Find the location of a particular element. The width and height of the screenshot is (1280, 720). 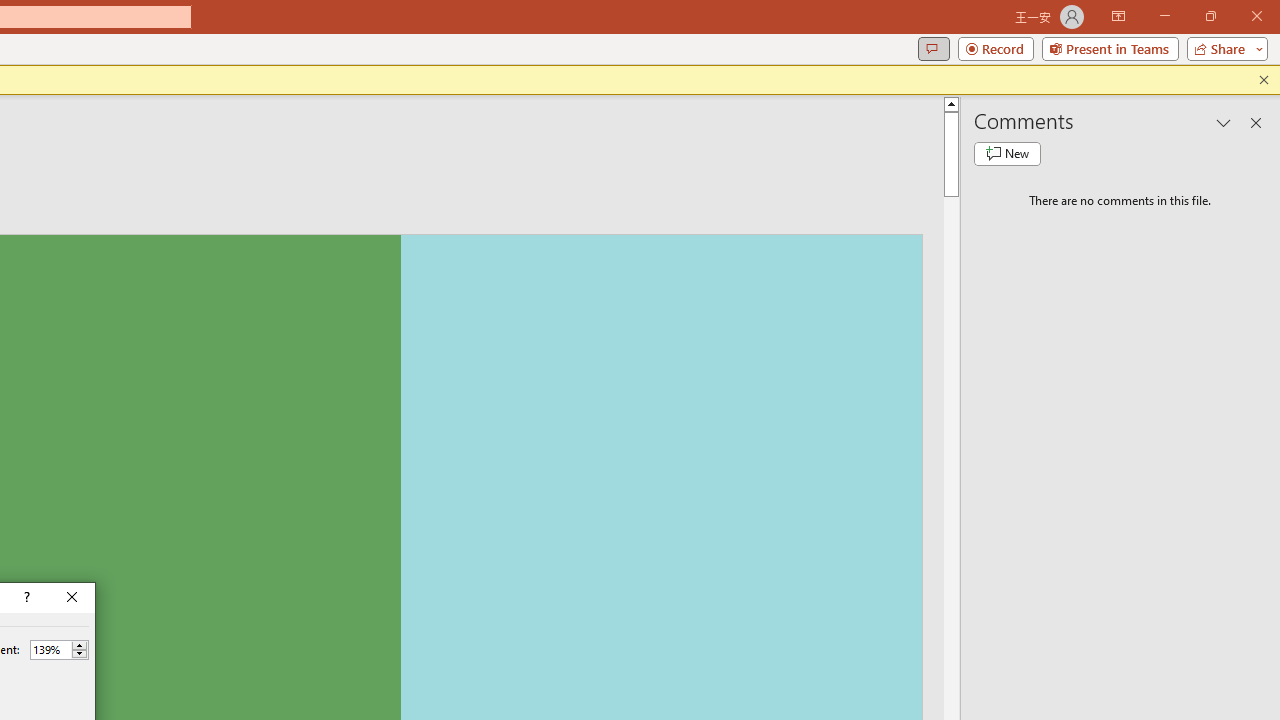

'Comments' is located at coordinates (932, 47).